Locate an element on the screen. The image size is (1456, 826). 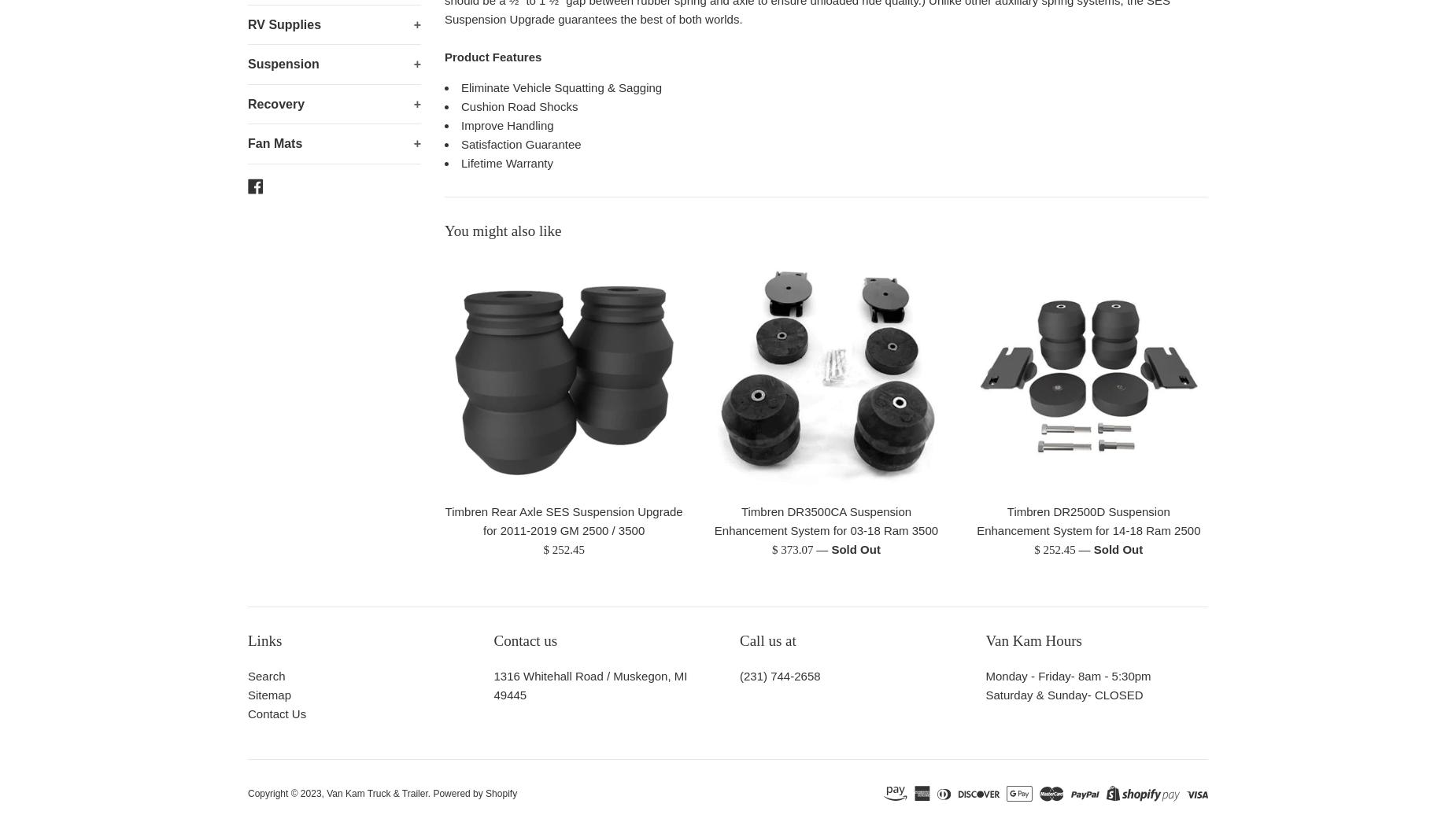
'Timbren Rear Axle SES Suspension Upgrade for 2011-2019 GM 2500 / 3500' is located at coordinates (563, 520).